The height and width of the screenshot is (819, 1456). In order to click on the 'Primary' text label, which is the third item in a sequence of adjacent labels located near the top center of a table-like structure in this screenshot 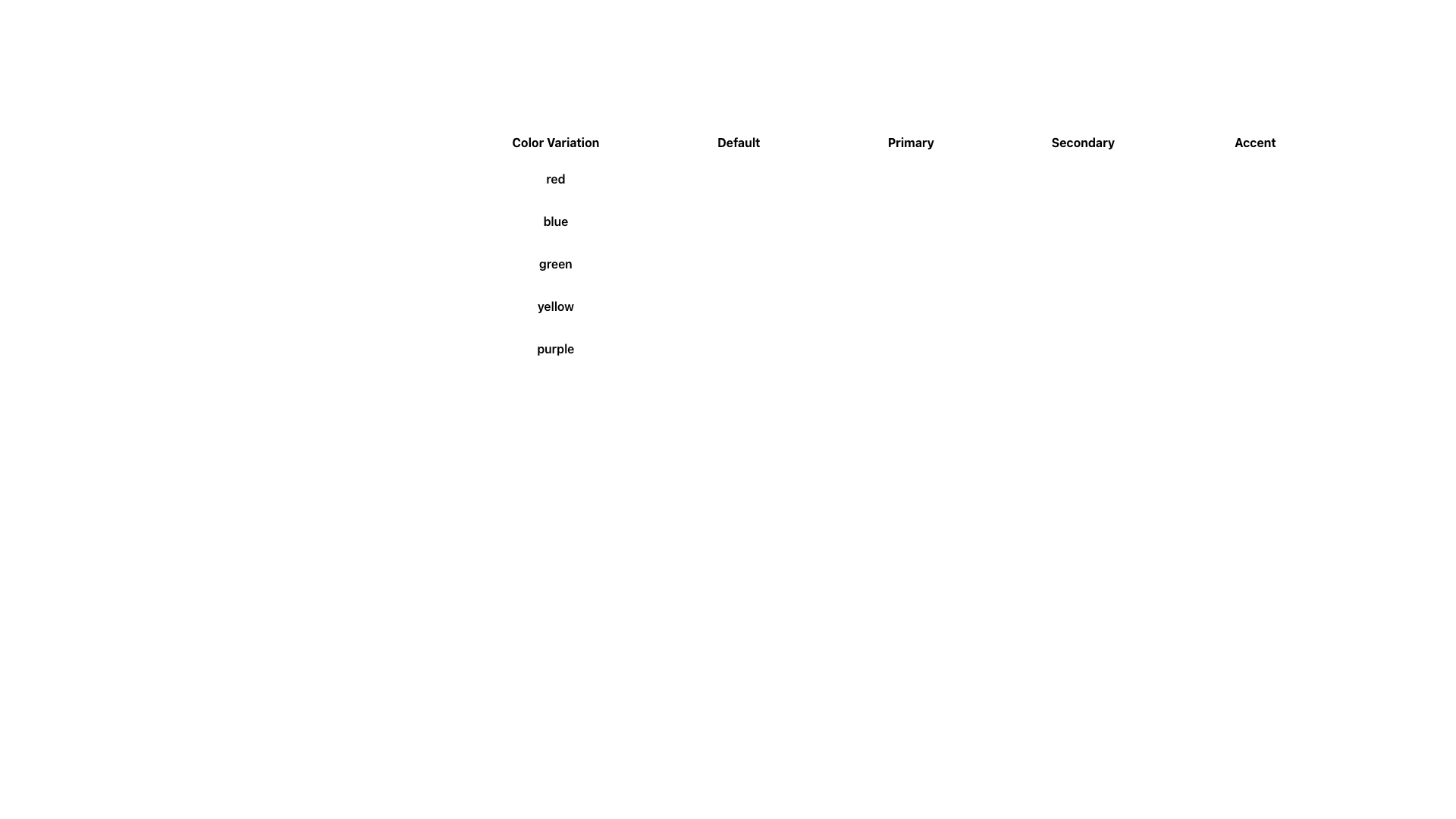, I will do `click(899, 143)`.